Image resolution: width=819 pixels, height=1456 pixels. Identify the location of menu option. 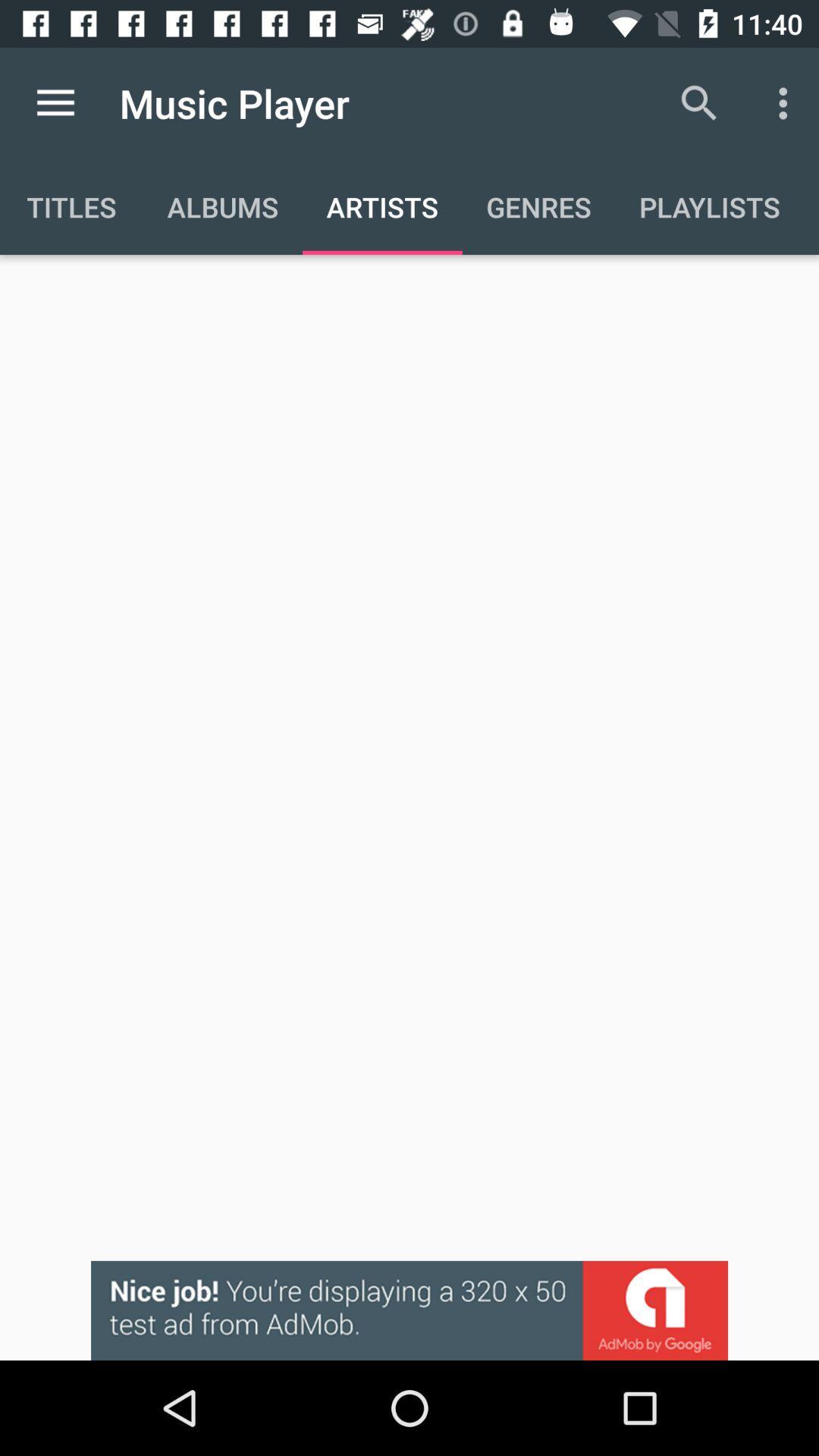
(55, 102).